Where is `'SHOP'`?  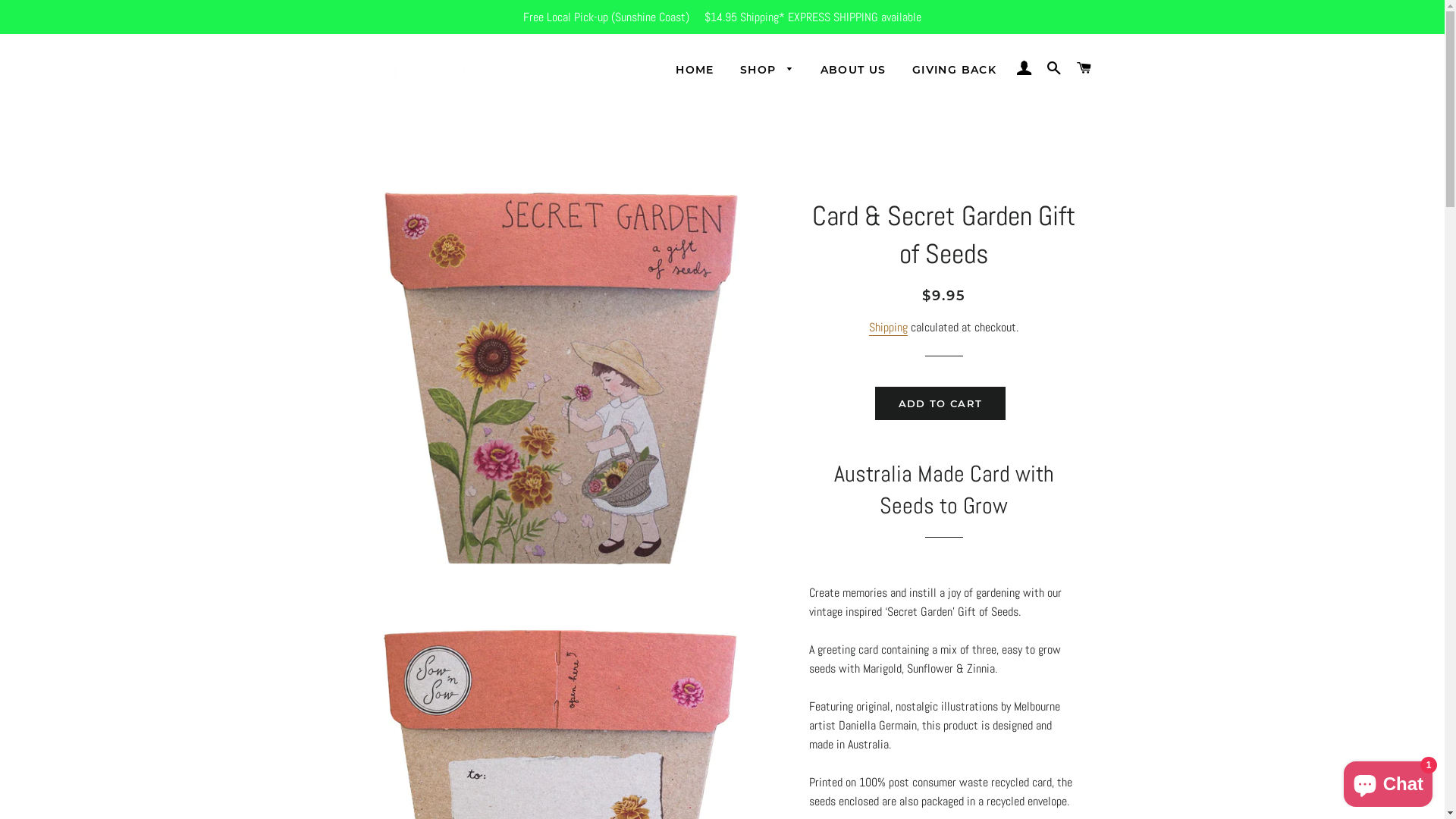
'SHOP' is located at coordinates (728, 70).